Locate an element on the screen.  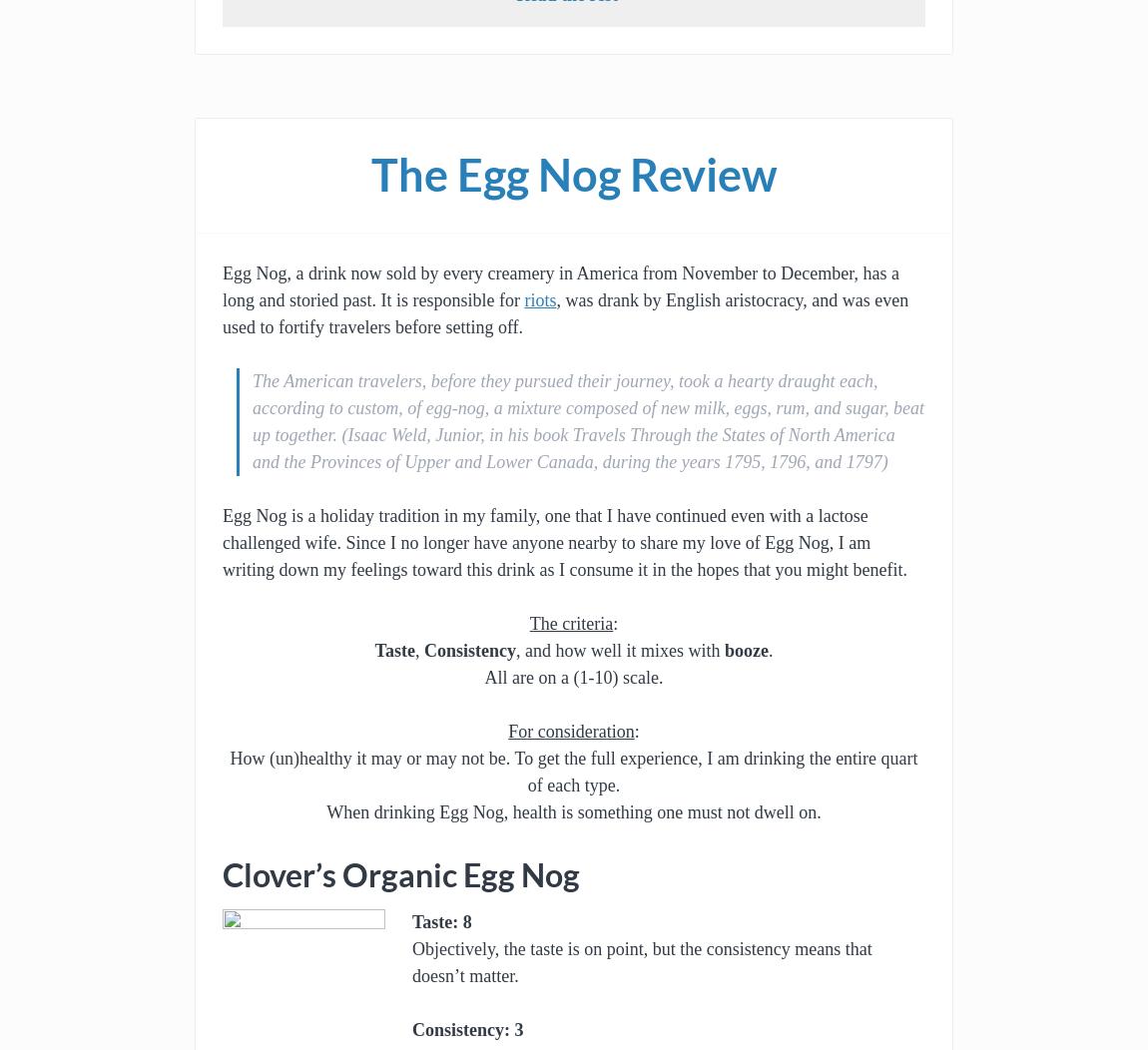
'For consideration' is located at coordinates (571, 732).